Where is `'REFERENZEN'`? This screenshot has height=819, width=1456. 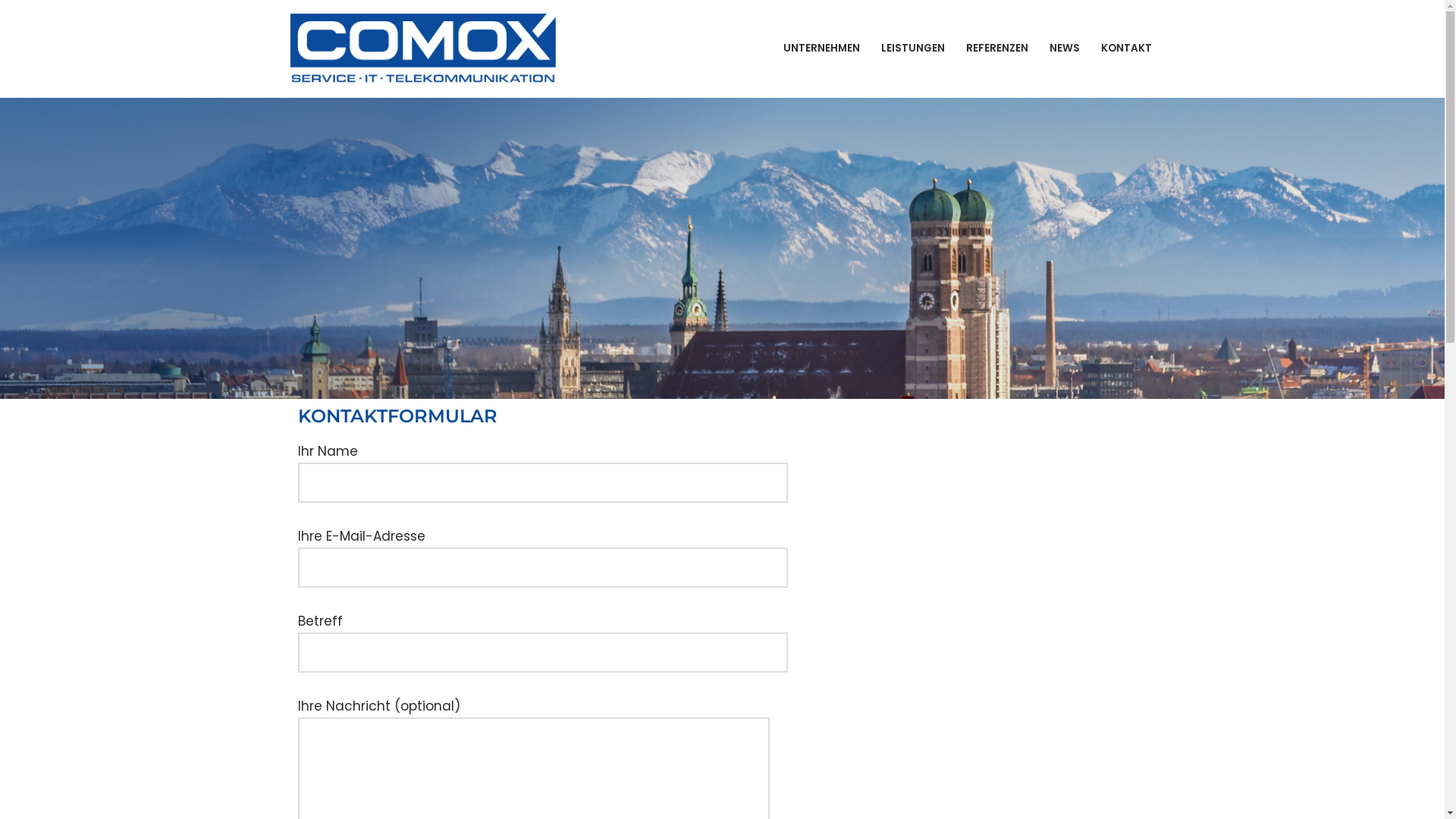
'REFERENZEN' is located at coordinates (965, 47).